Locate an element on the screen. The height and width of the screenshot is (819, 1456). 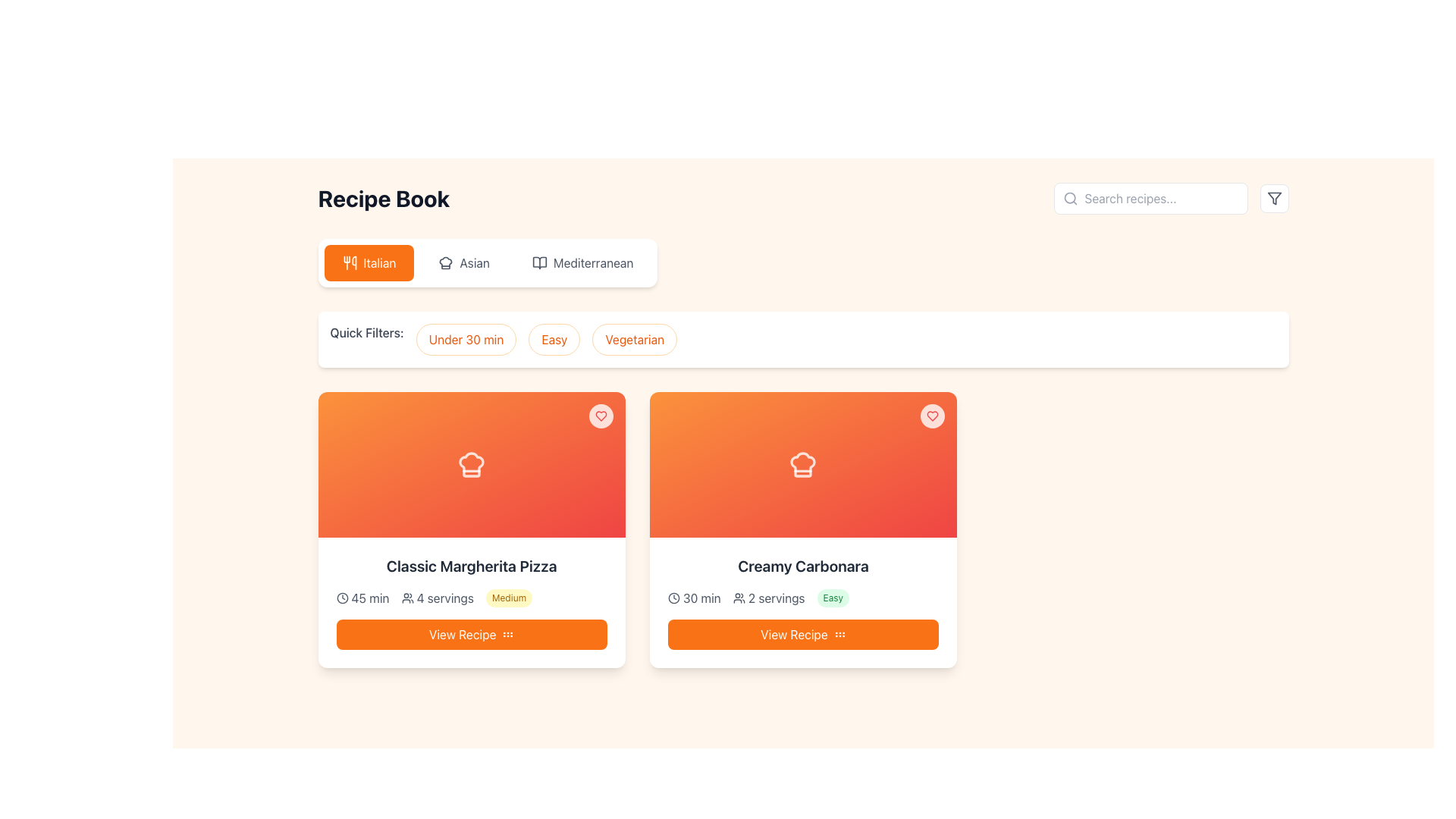
the recipe info panel displaying 'Classic Margherita Pizza', which includes preparation time, servings, and difficulty level in a yellow rounded badge is located at coordinates (471, 601).